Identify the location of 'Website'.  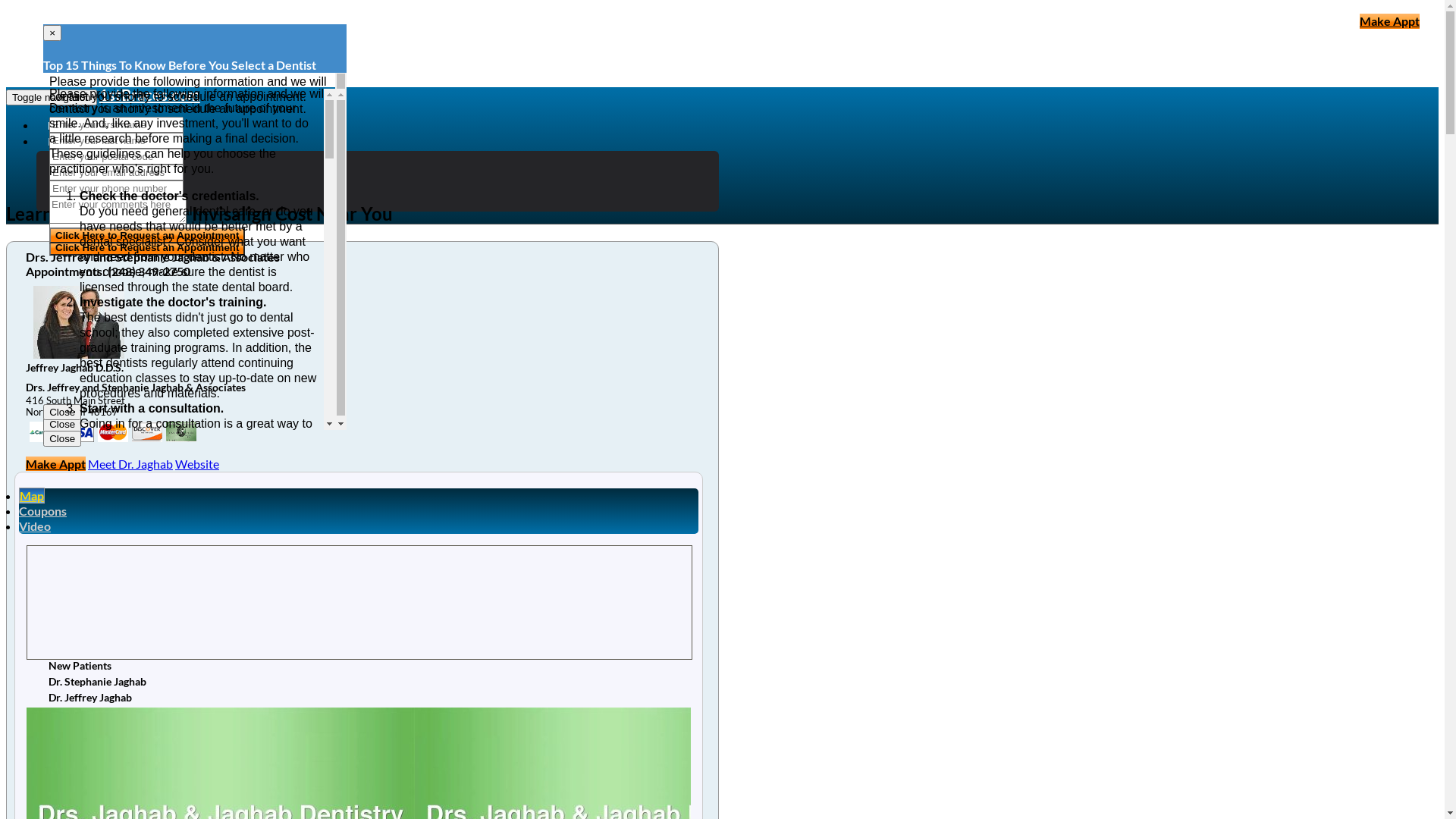
(196, 463).